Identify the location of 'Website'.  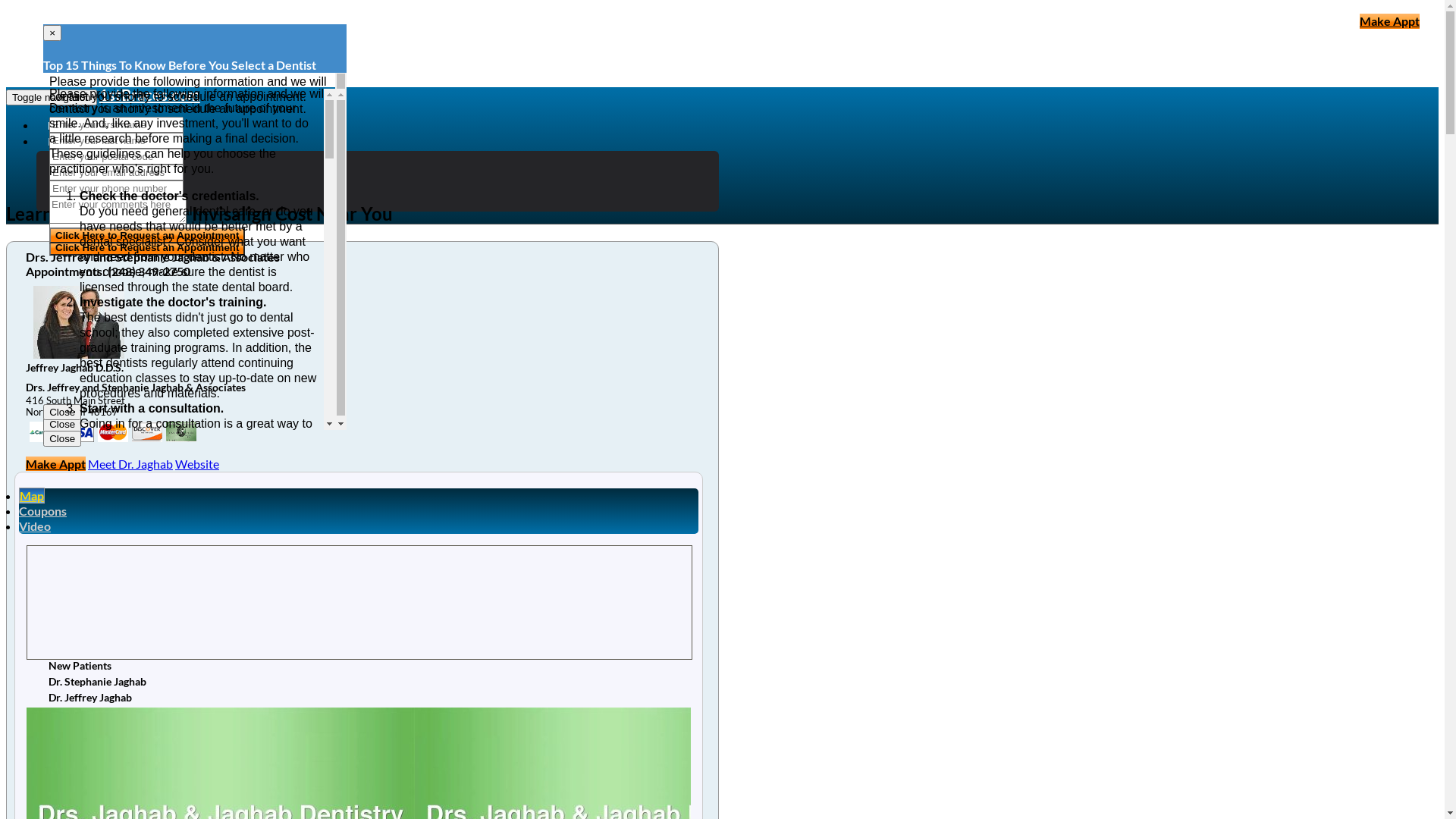
(196, 463).